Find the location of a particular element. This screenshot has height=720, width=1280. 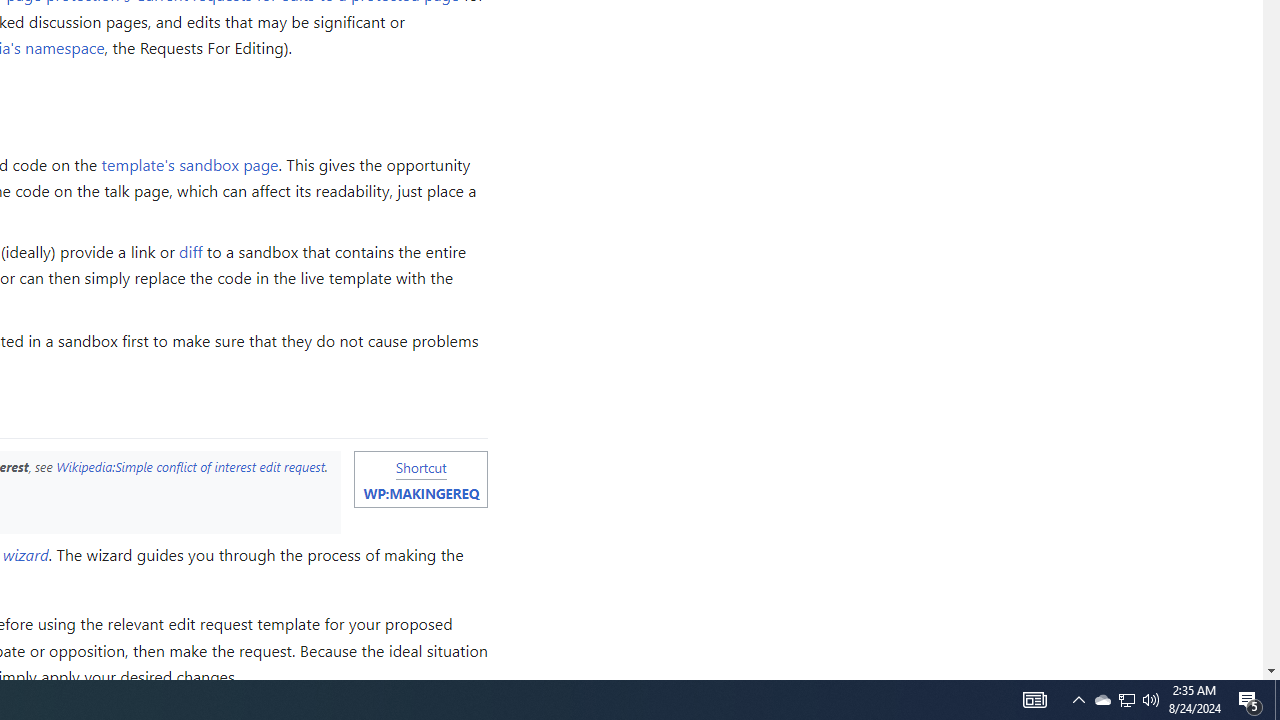

'WP:MAKINGEREQ' is located at coordinates (420, 493).